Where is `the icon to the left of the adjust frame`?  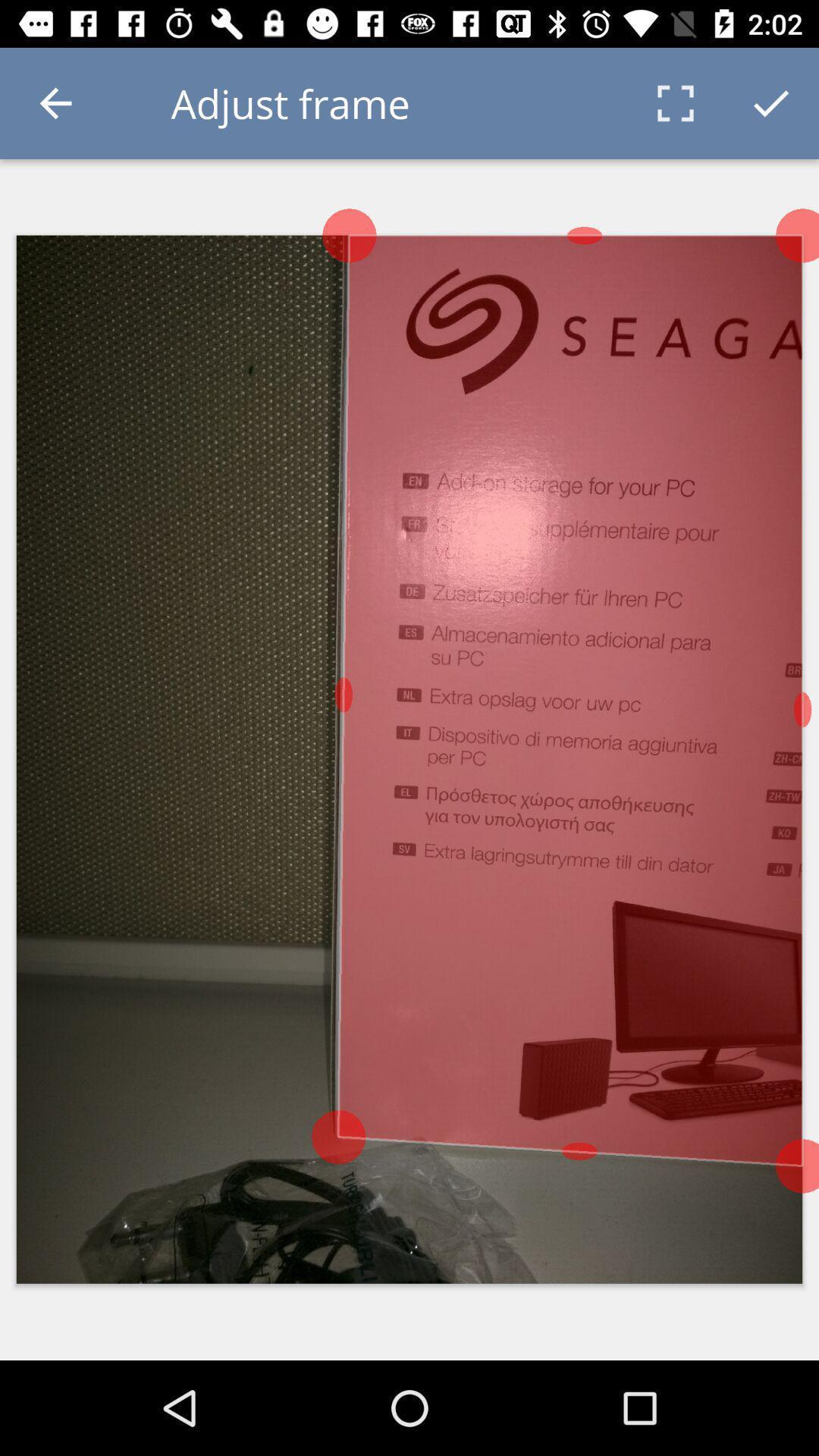
the icon to the left of the adjust frame is located at coordinates (55, 102).